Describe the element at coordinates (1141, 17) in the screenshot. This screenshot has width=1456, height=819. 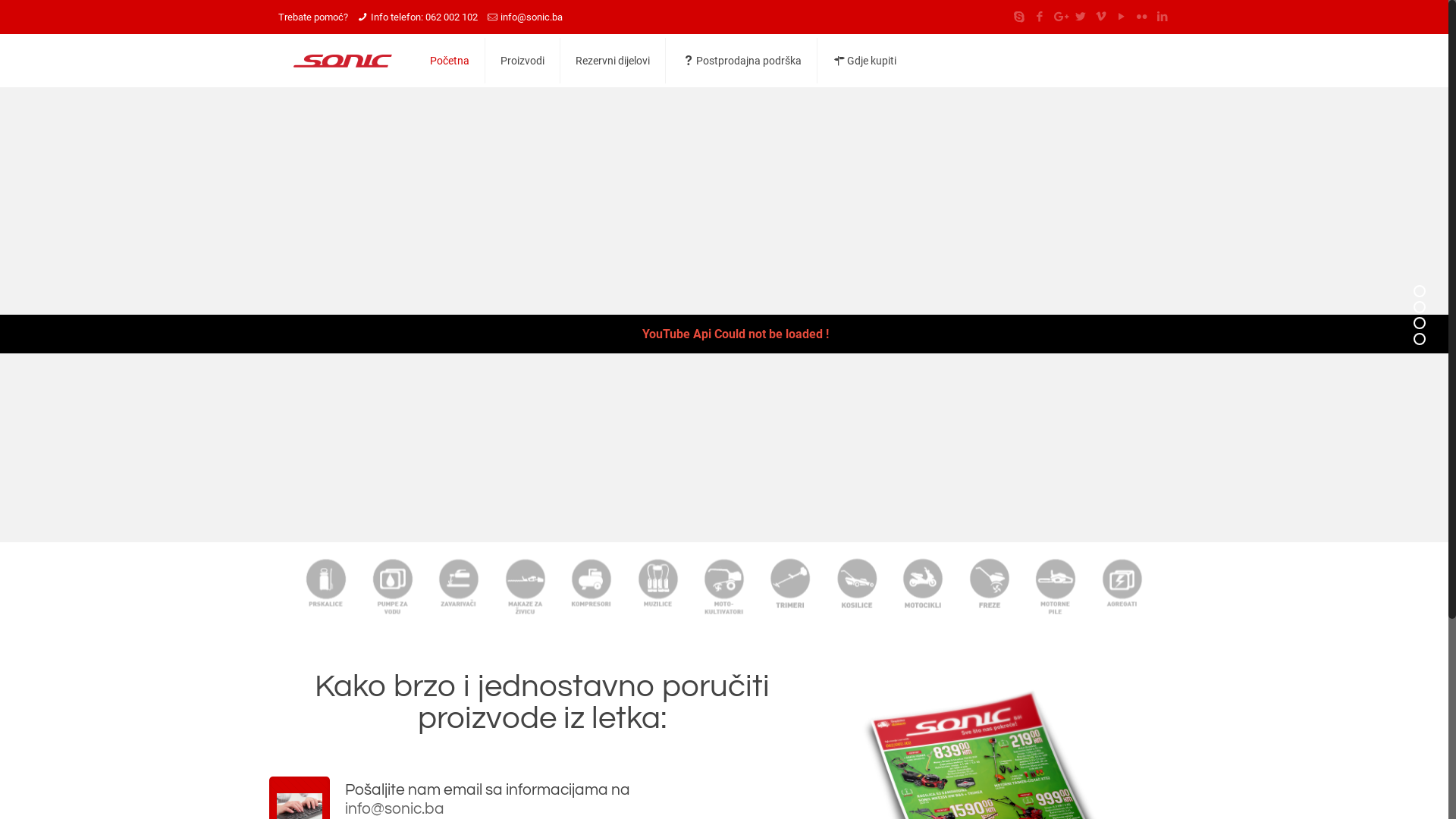
I see `'Flickr'` at that location.